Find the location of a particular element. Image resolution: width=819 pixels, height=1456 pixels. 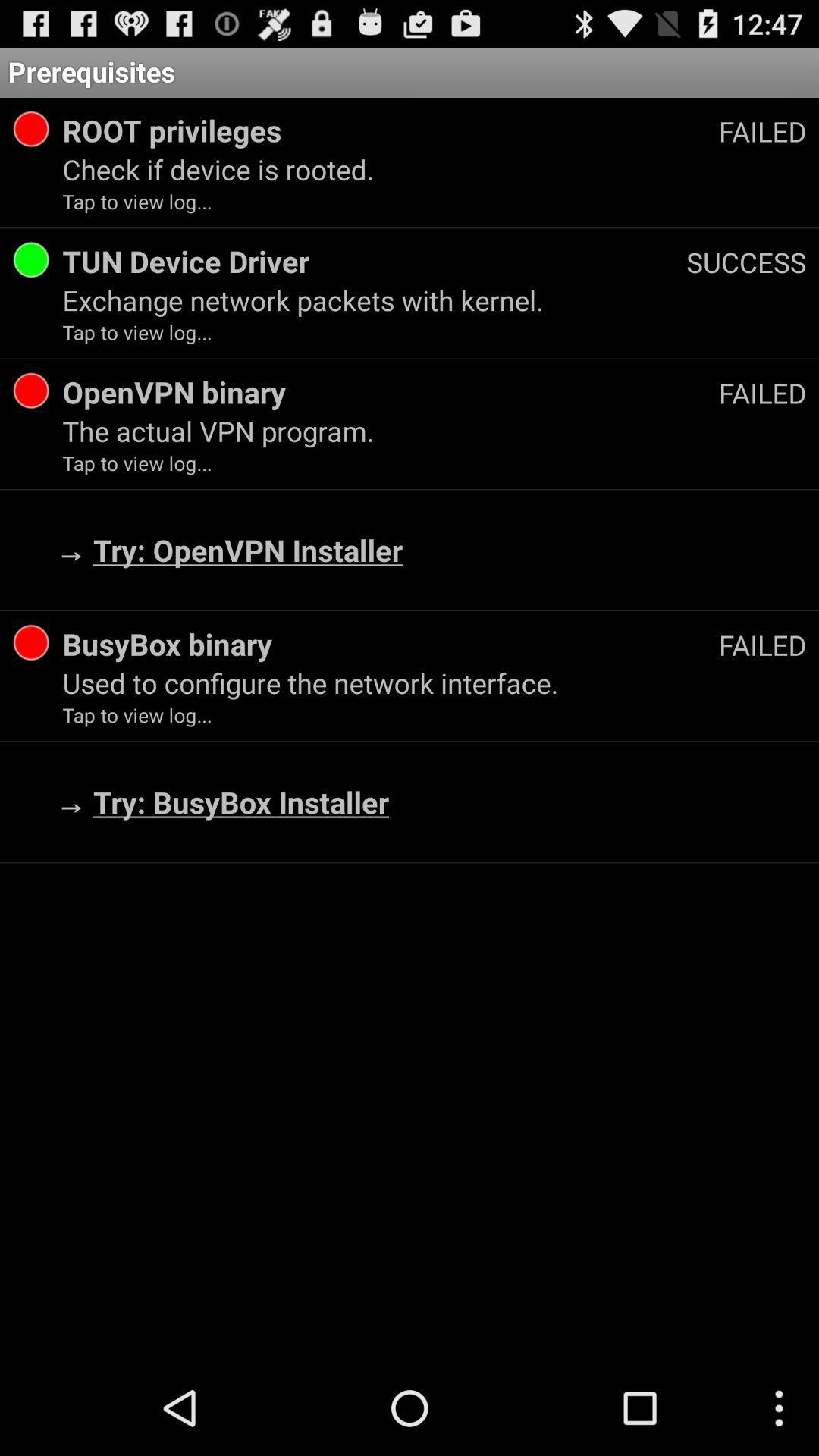

the app next to tun device driver app is located at coordinates (745, 262).